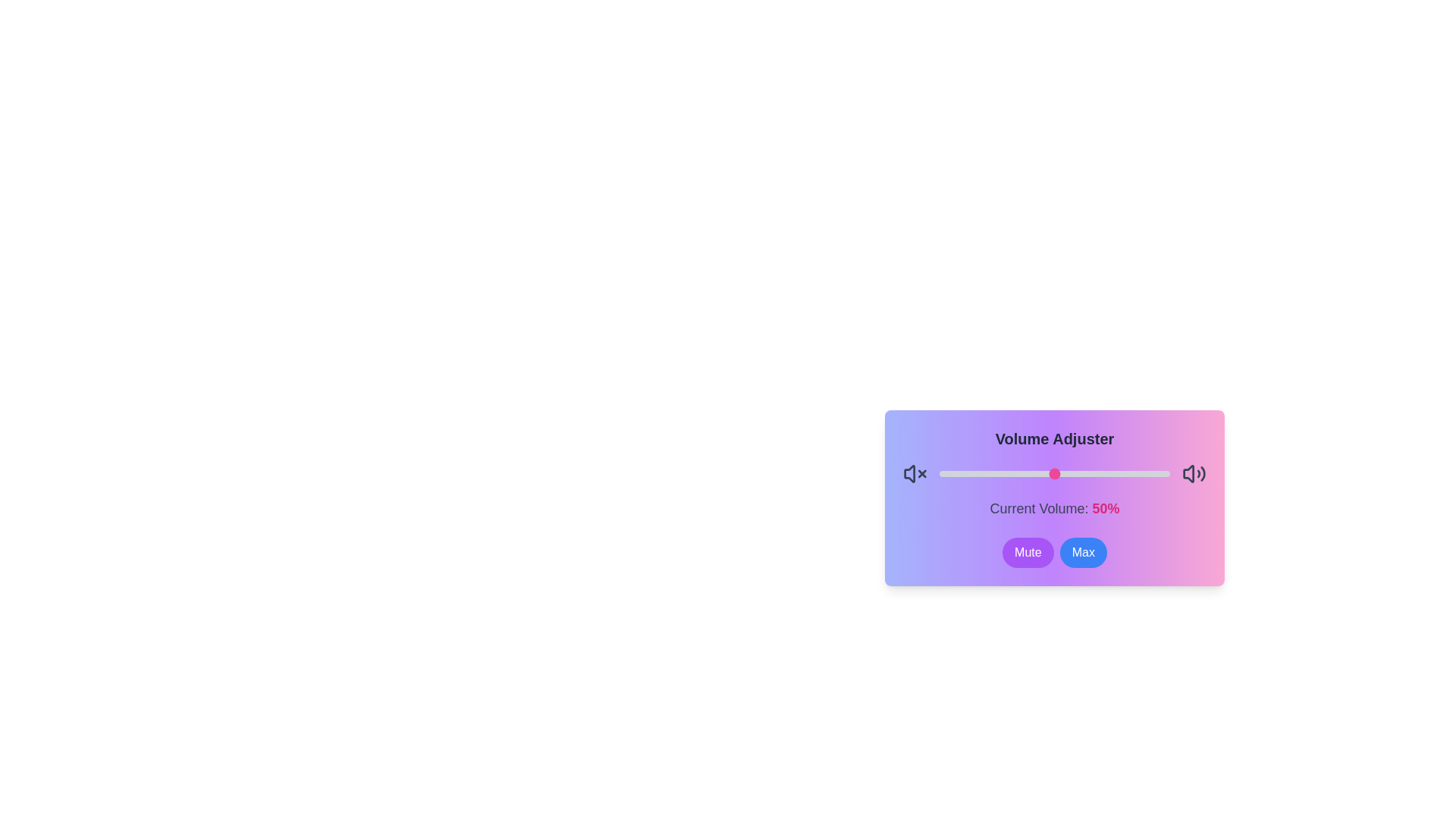 Image resolution: width=1456 pixels, height=819 pixels. What do you see at coordinates (1028, 553) in the screenshot?
I see `the 'Mute' button to mute the volume` at bounding box center [1028, 553].